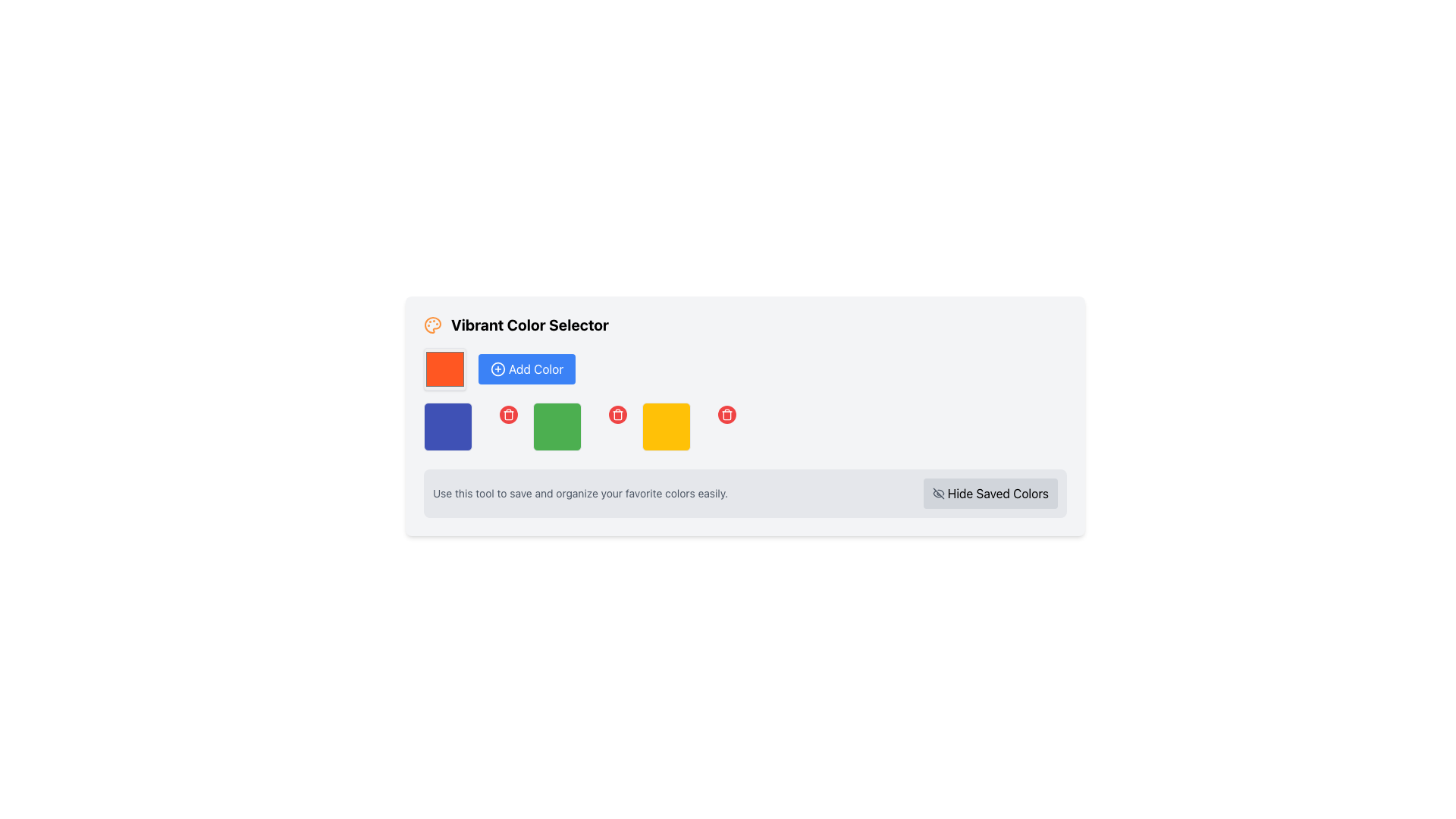 The width and height of the screenshot is (1456, 819). What do you see at coordinates (498, 369) in the screenshot?
I see `SVG Circle element that is part of the plus icon in the Add Color button by clicking on its center` at bounding box center [498, 369].